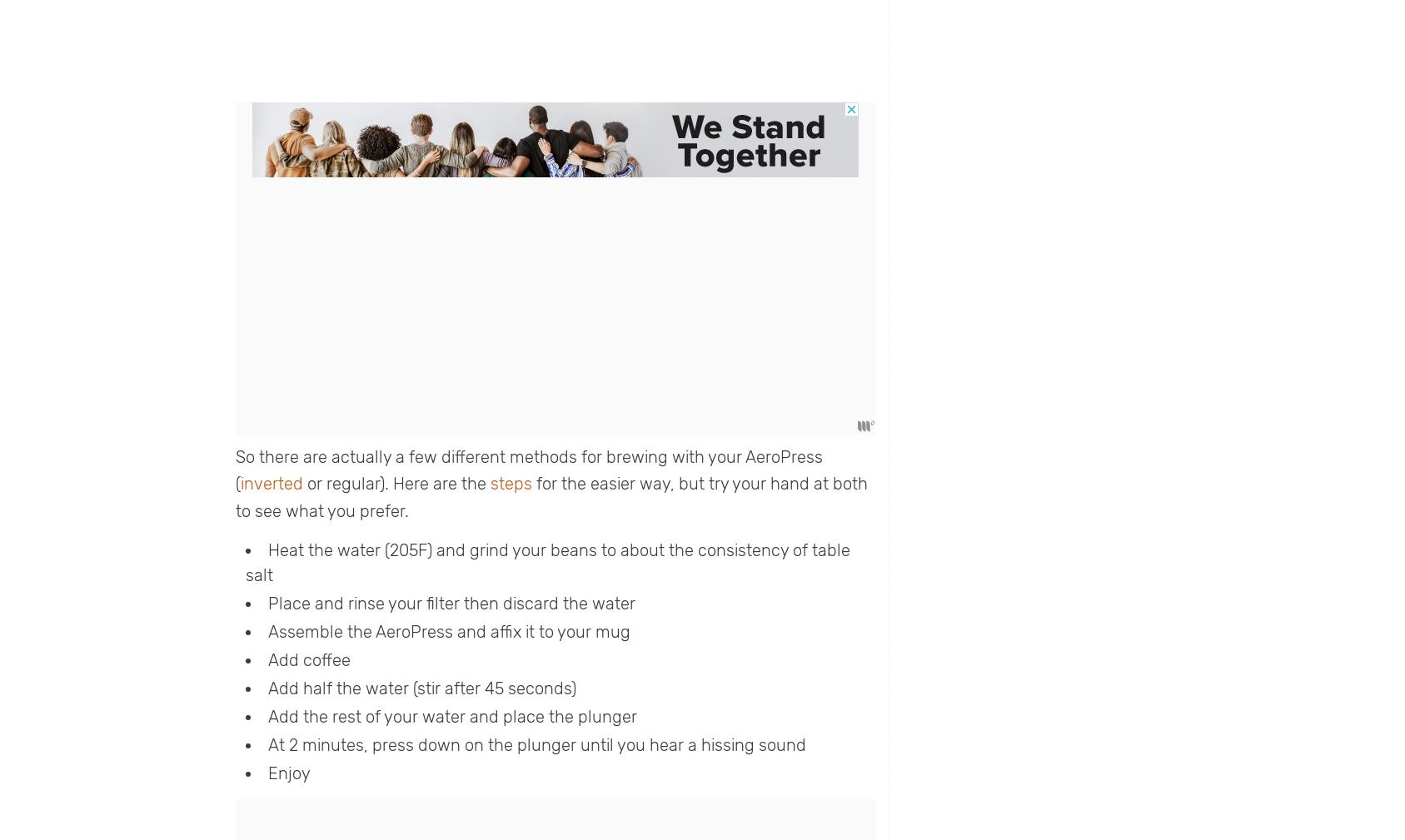 Image resolution: width=1405 pixels, height=840 pixels. I want to click on 'Place and rinse your filter then discard the water', so click(451, 603).